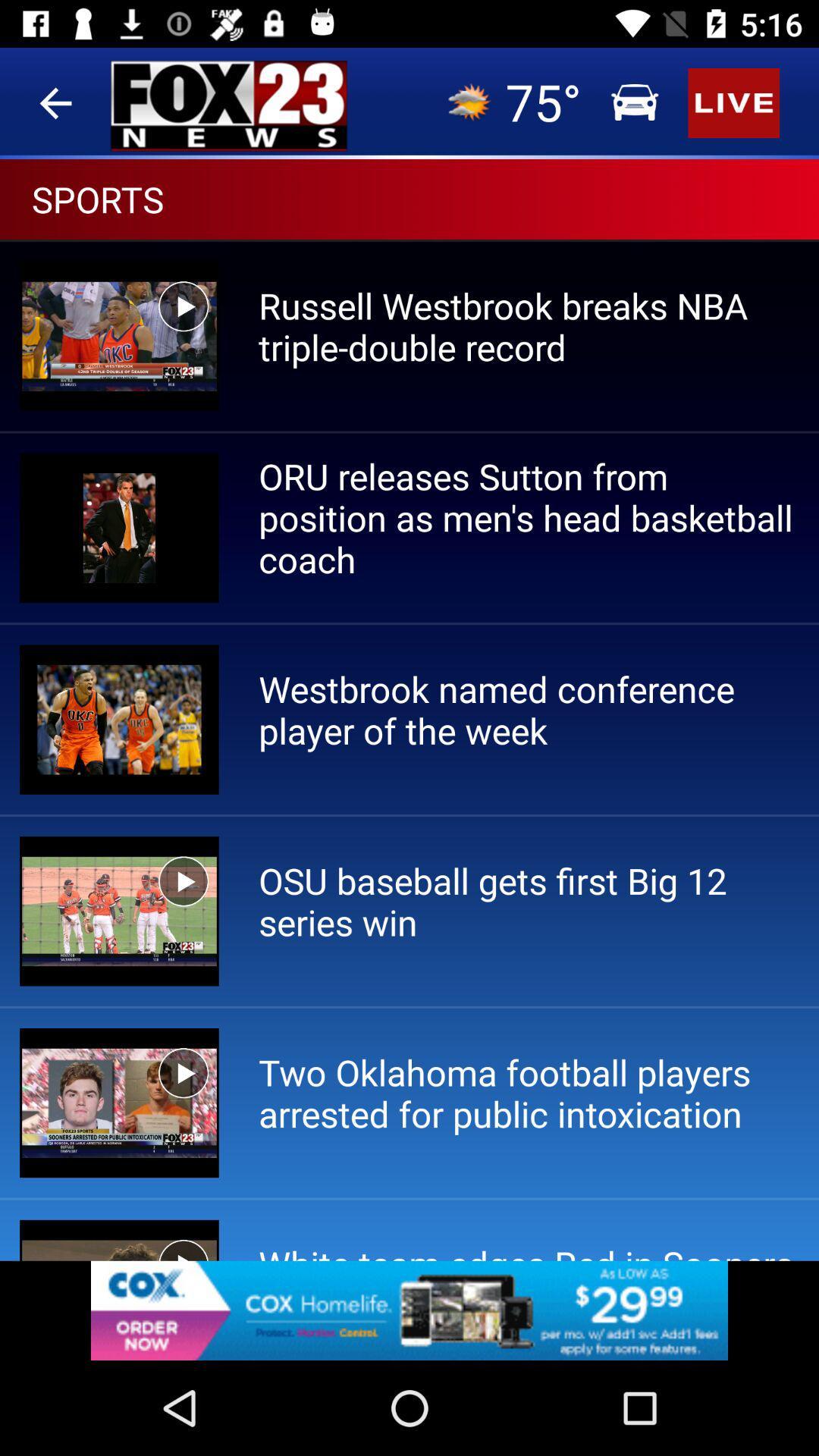  What do you see at coordinates (409, 389) in the screenshot?
I see `the live icon which is at the top right side of the page` at bounding box center [409, 389].